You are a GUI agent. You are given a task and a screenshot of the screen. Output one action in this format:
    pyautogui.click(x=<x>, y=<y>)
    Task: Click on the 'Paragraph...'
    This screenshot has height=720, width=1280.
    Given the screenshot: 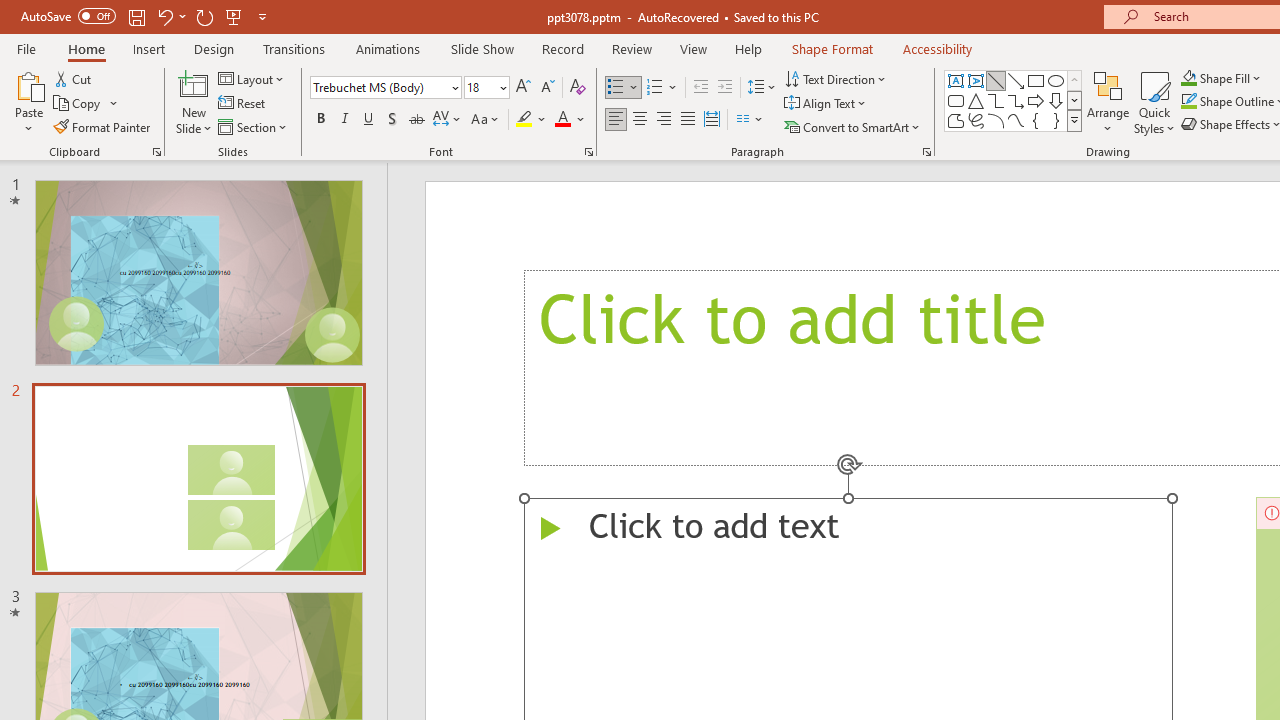 What is the action you would take?
    pyautogui.click(x=925, y=150)
    